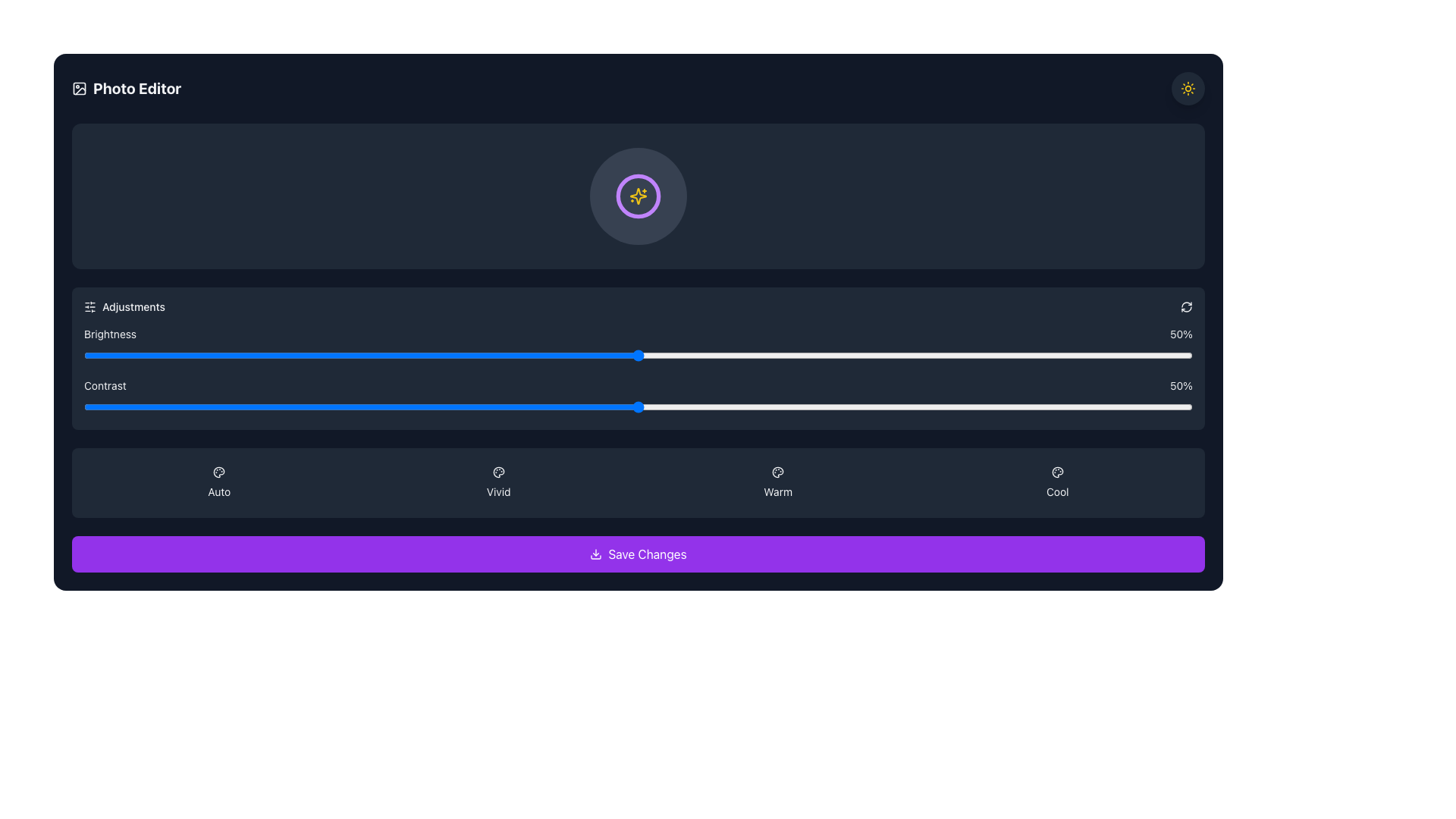 Image resolution: width=1456 pixels, height=819 pixels. I want to click on the circular sun icon located at the top-center of the interface, featuring a central yellow circle and radial lines on a dark gray background, so click(1187, 88).